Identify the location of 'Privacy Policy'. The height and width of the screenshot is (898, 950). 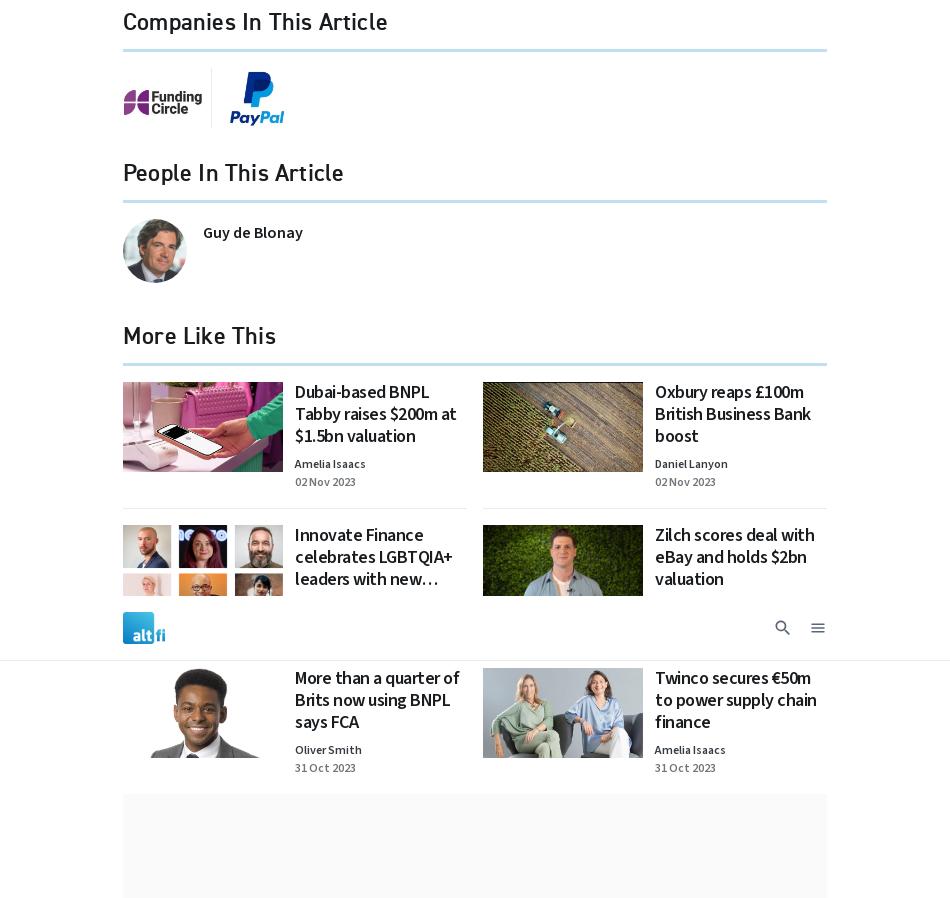
(339, 79).